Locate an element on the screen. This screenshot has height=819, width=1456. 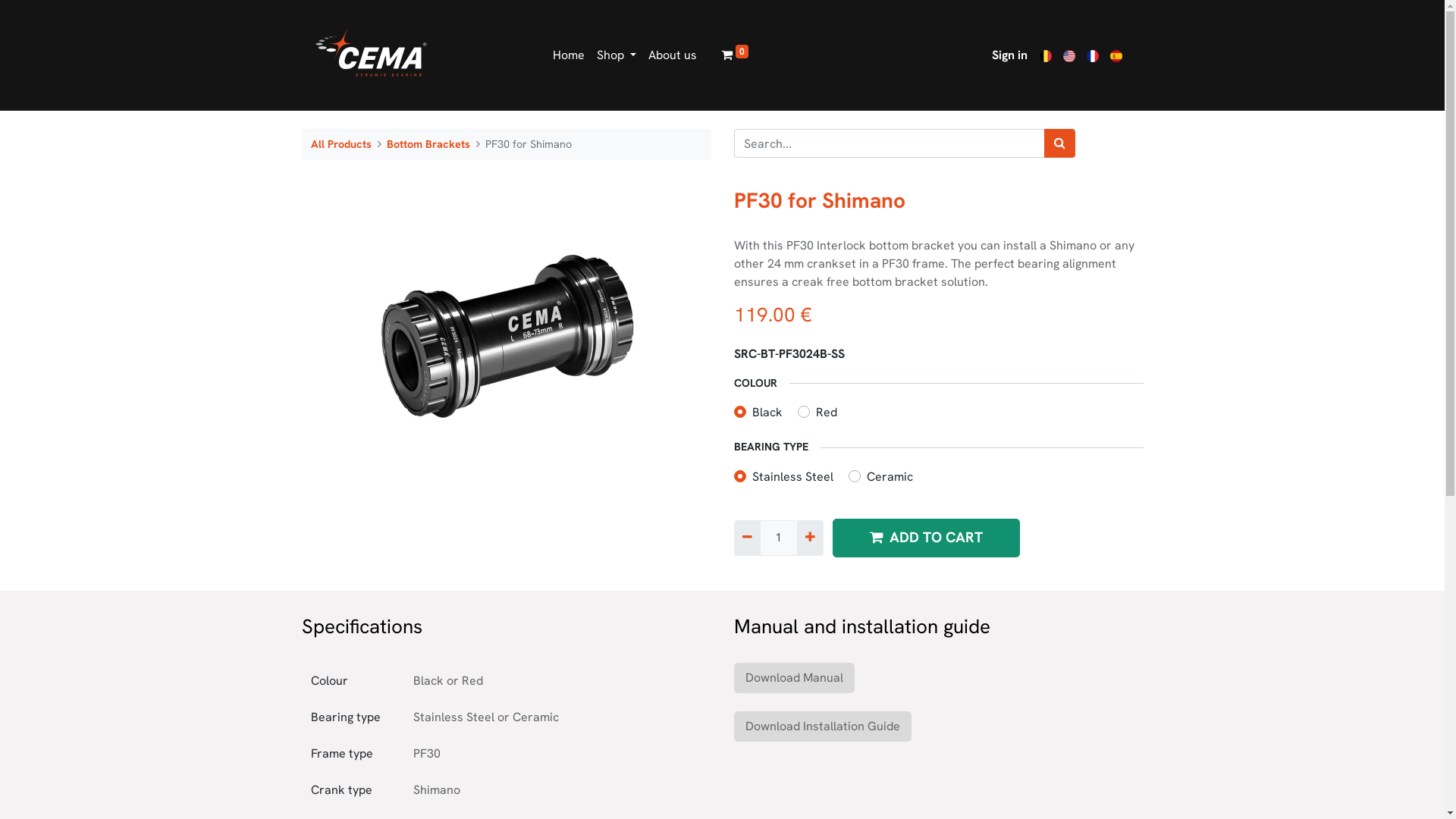
'Add one' is located at coordinates (809, 537).